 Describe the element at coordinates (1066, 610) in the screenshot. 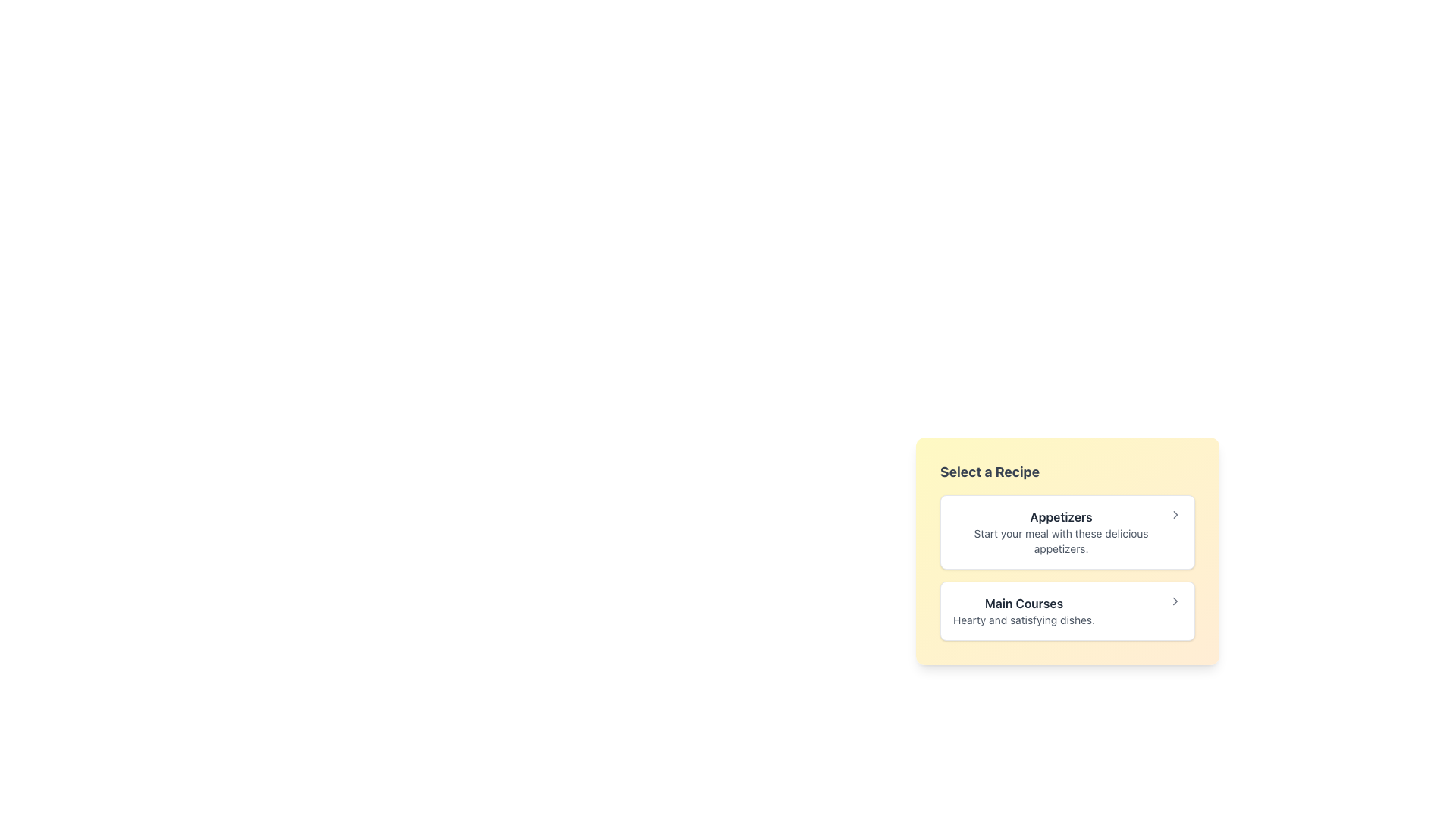

I see `the 'Main Courses' interactive card tile, which is the second tile in the list under 'Appetizers'` at that location.